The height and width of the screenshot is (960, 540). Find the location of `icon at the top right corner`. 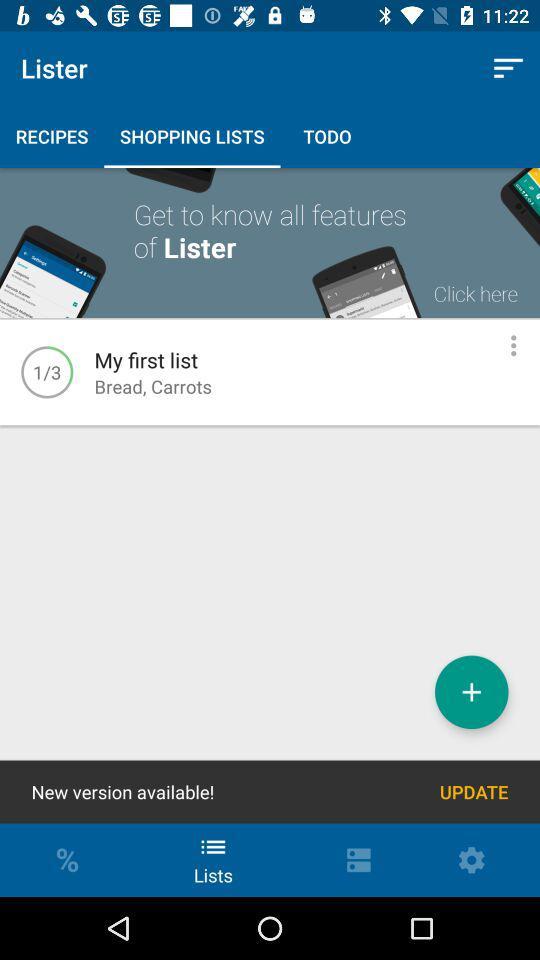

icon at the top right corner is located at coordinates (508, 68).